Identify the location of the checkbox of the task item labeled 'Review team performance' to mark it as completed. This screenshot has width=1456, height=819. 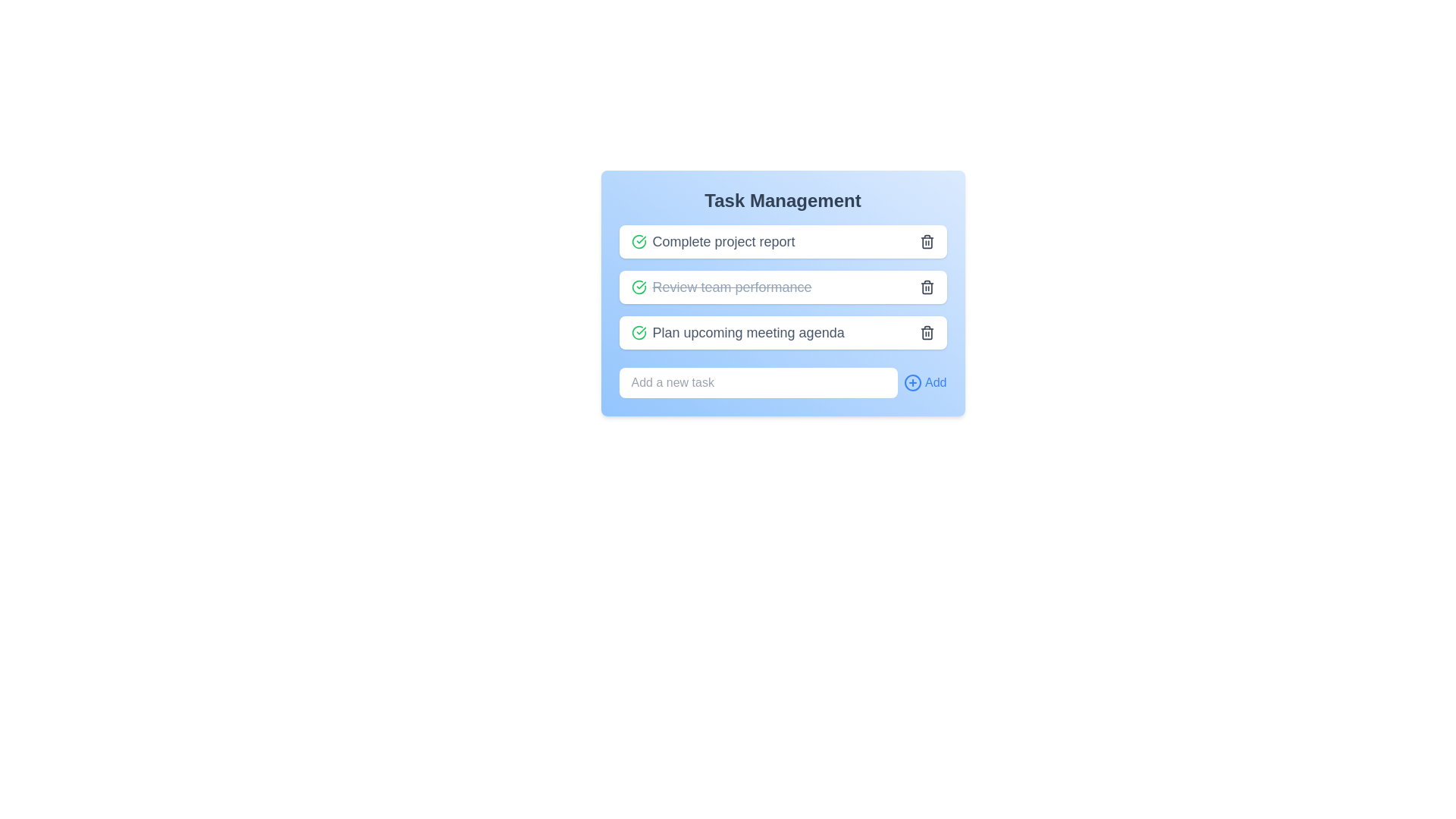
(783, 293).